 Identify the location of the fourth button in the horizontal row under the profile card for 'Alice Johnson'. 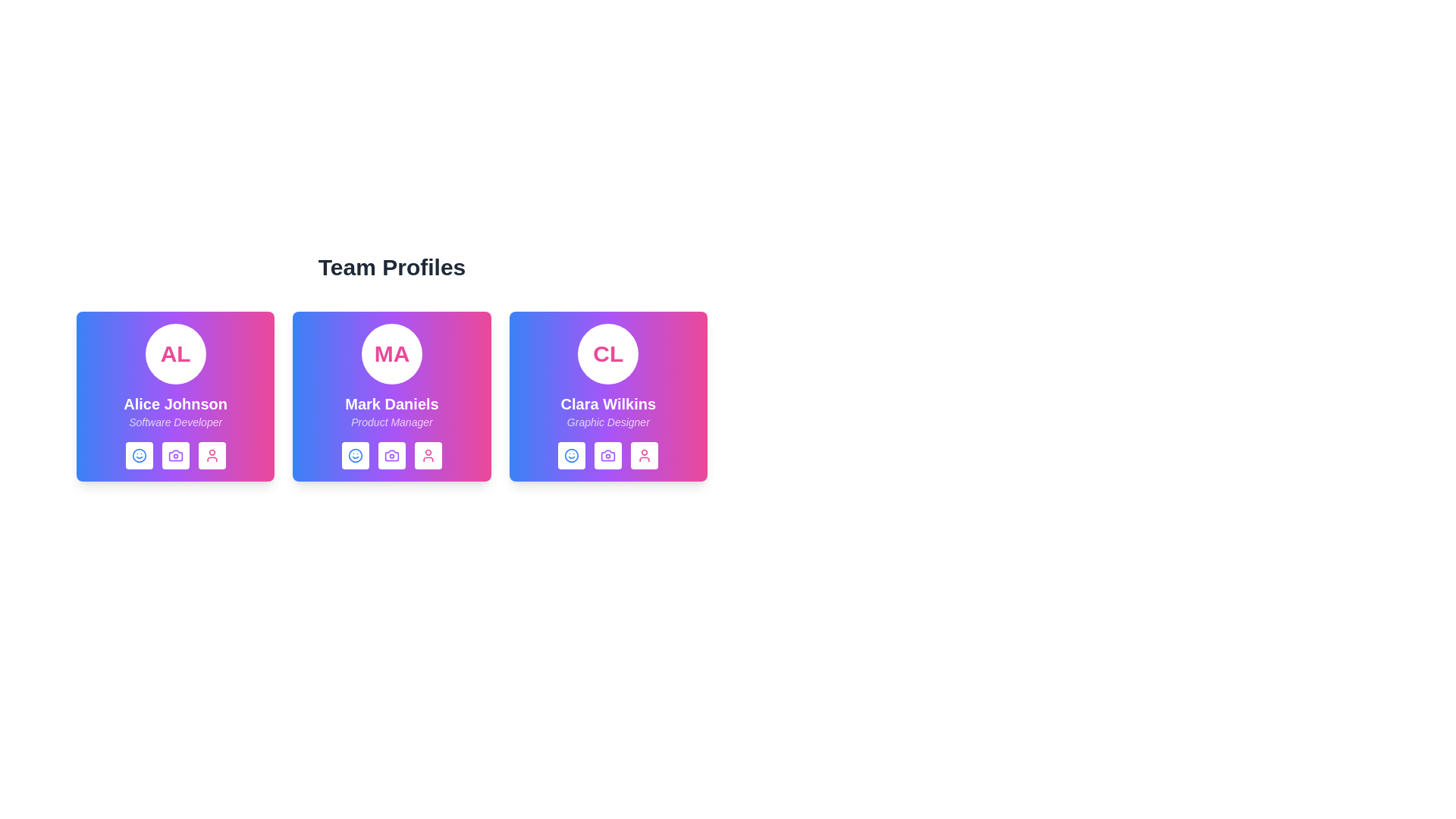
(211, 455).